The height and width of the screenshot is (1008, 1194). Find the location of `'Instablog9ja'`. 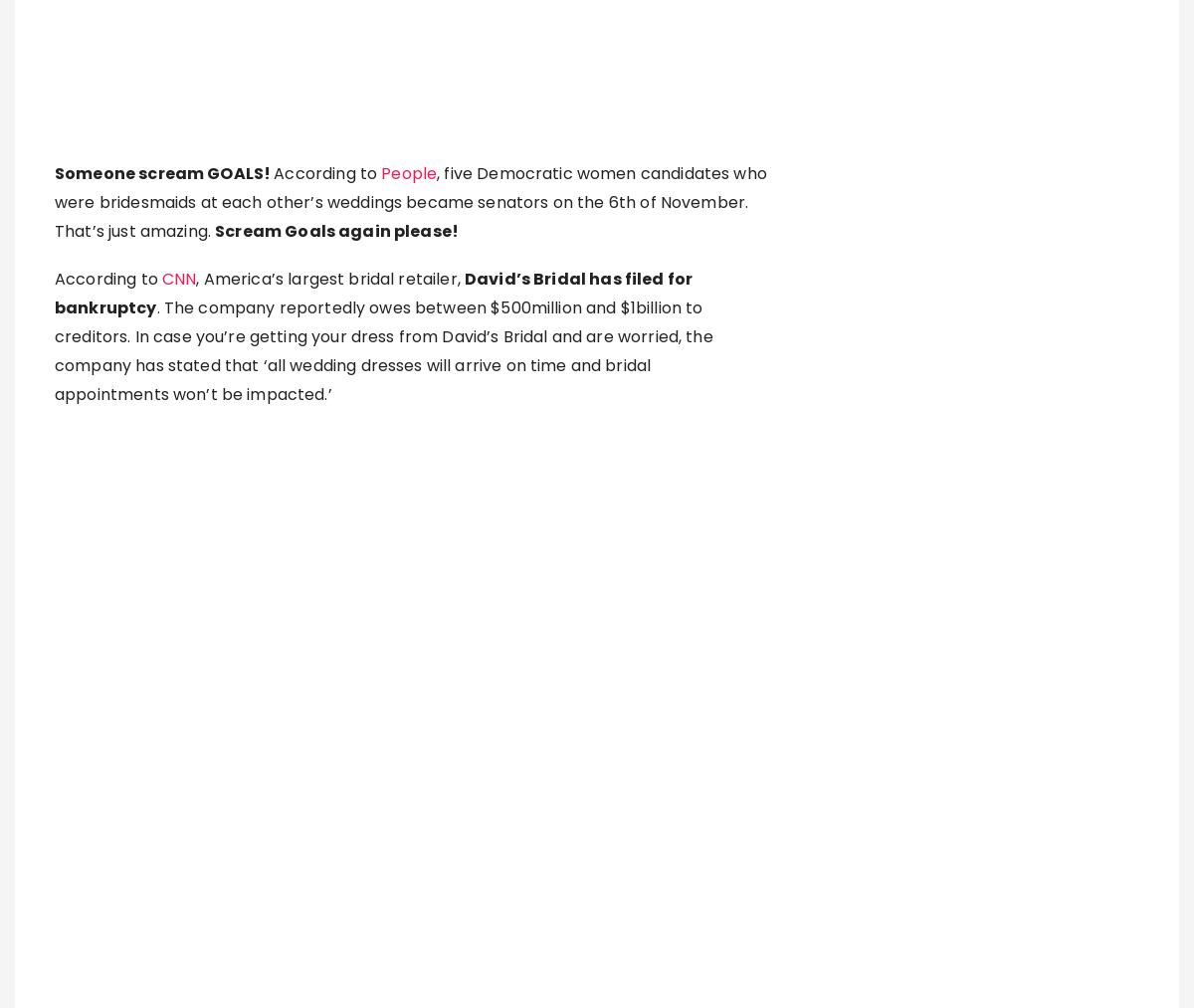

'Instablog9ja' is located at coordinates (208, 805).